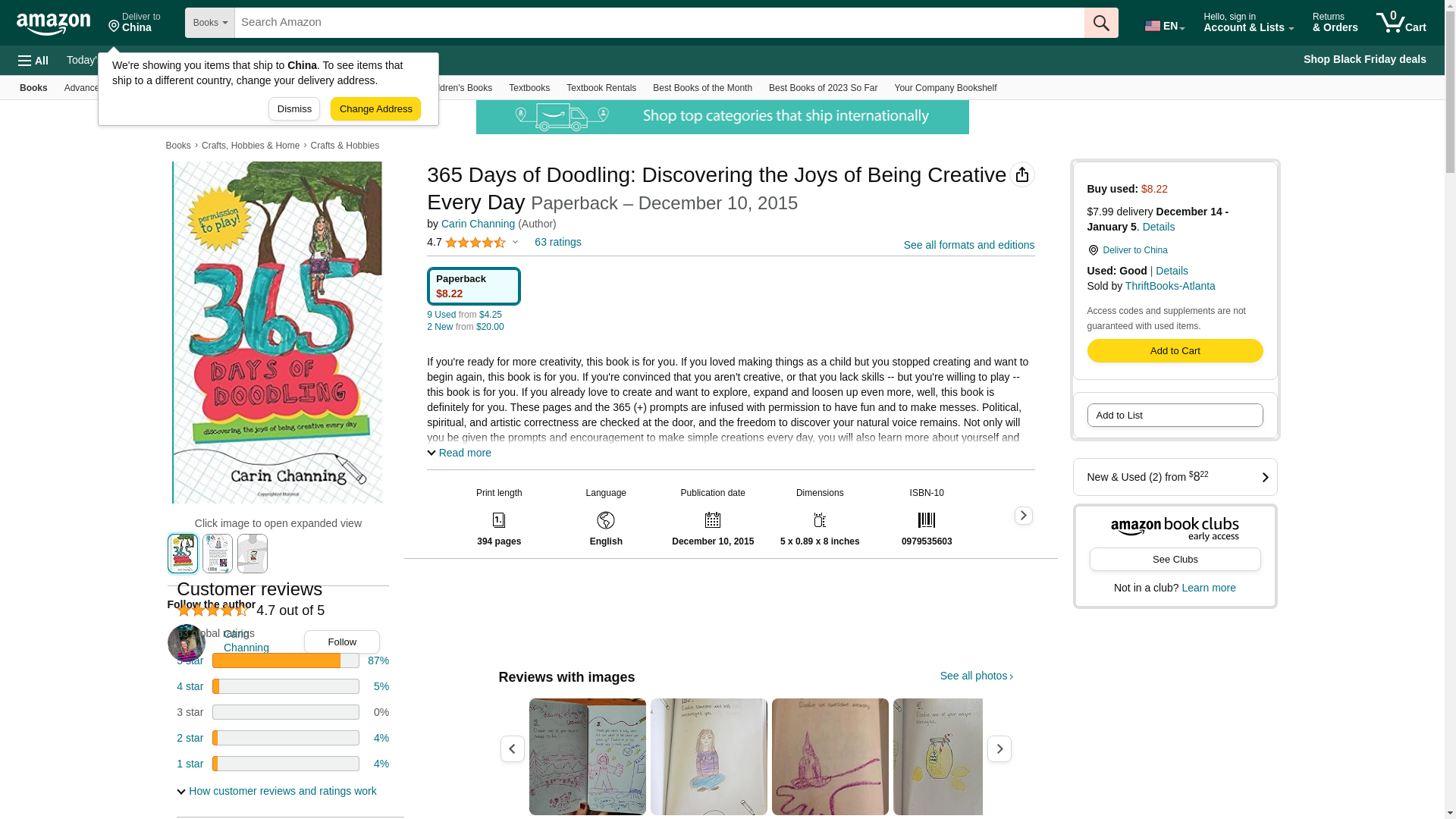 The width and height of the screenshot is (1456, 819). Describe the element at coordinates (945, 87) in the screenshot. I see `'Your Company Bookshelf'` at that location.